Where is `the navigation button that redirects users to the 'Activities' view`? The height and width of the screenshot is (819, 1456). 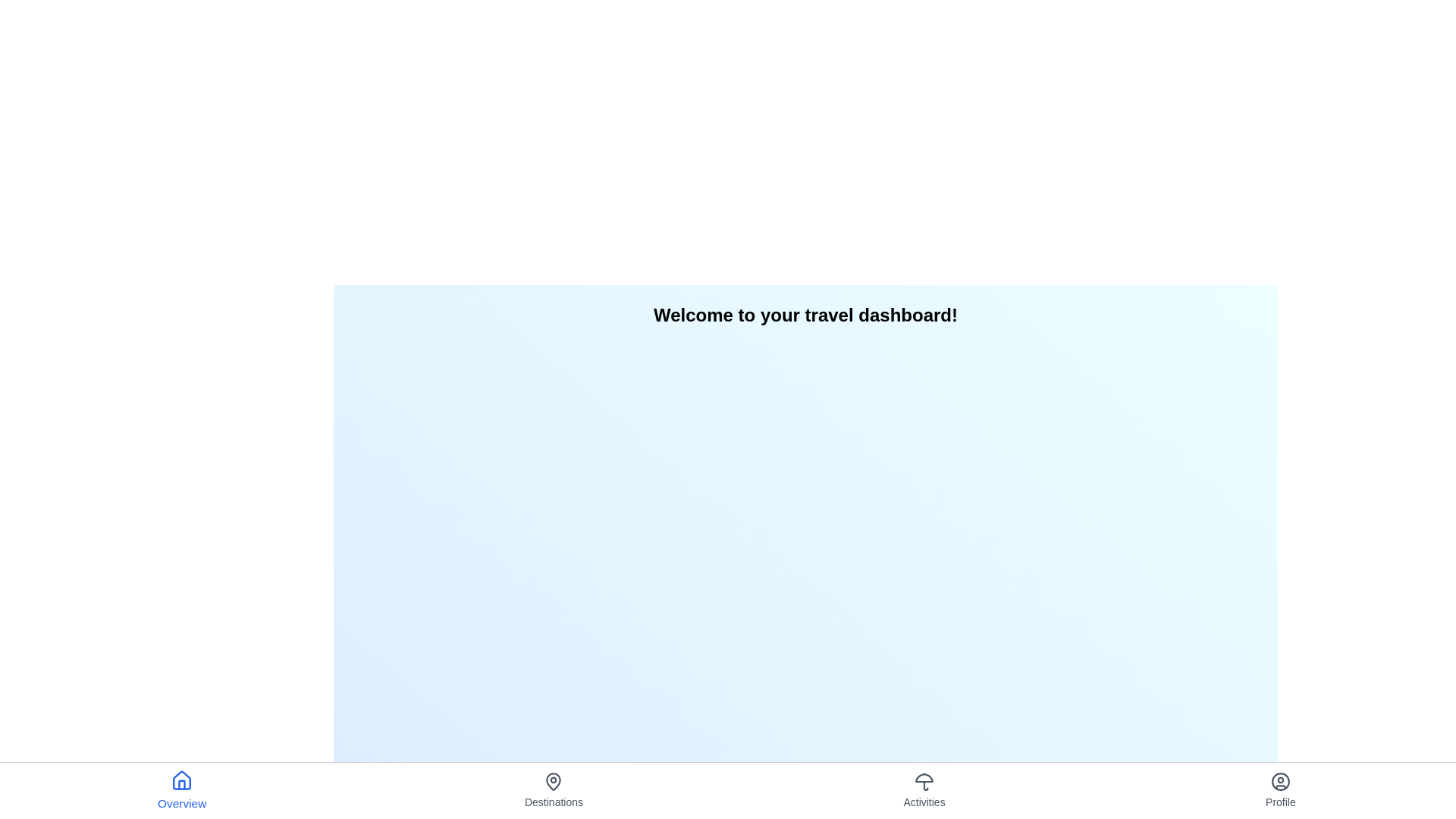 the navigation button that redirects users to the 'Activities' view is located at coordinates (924, 789).